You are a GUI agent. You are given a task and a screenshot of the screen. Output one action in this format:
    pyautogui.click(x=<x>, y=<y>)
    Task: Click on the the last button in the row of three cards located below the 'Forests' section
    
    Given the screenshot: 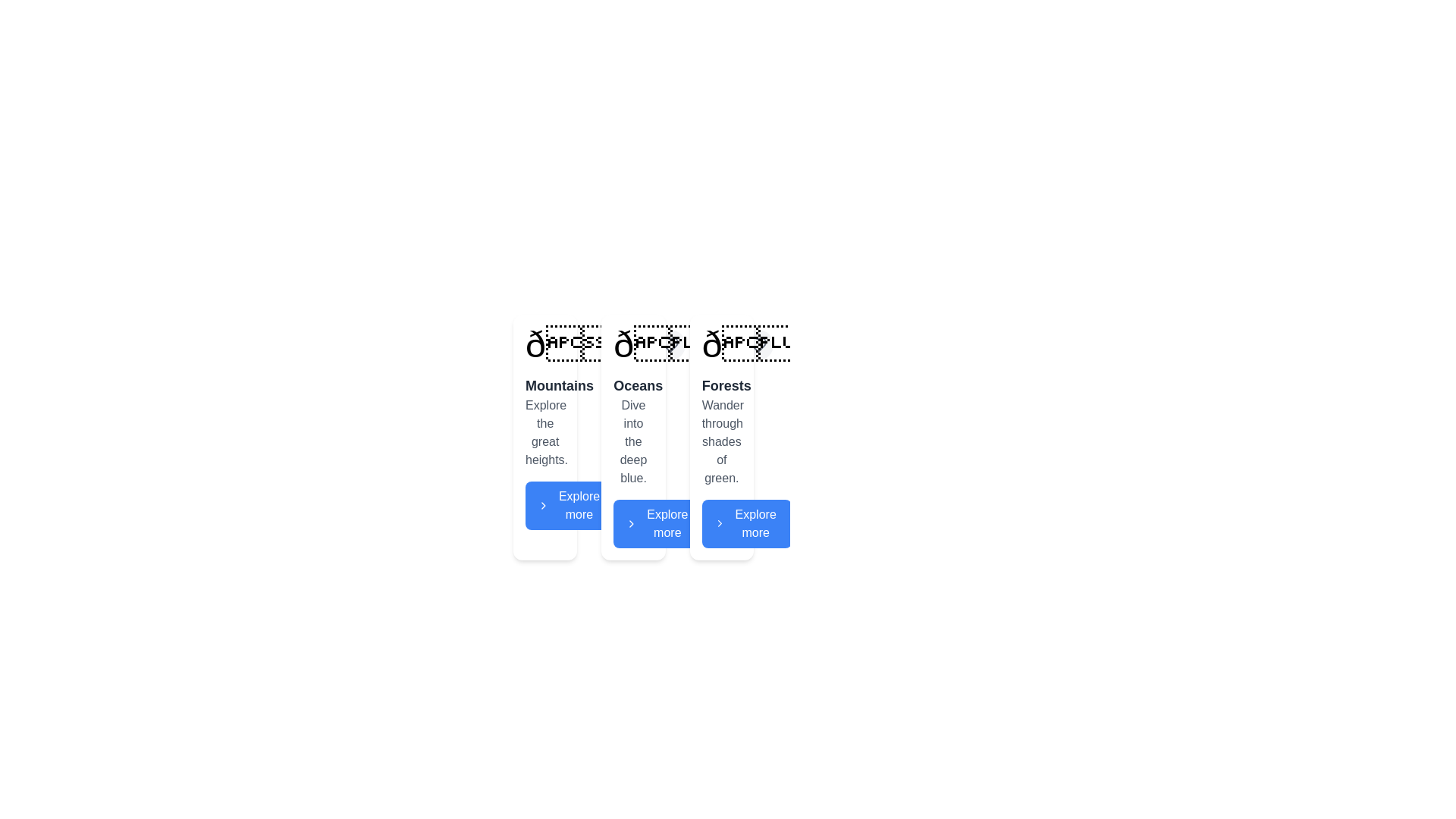 What is the action you would take?
    pyautogui.click(x=746, y=522)
    